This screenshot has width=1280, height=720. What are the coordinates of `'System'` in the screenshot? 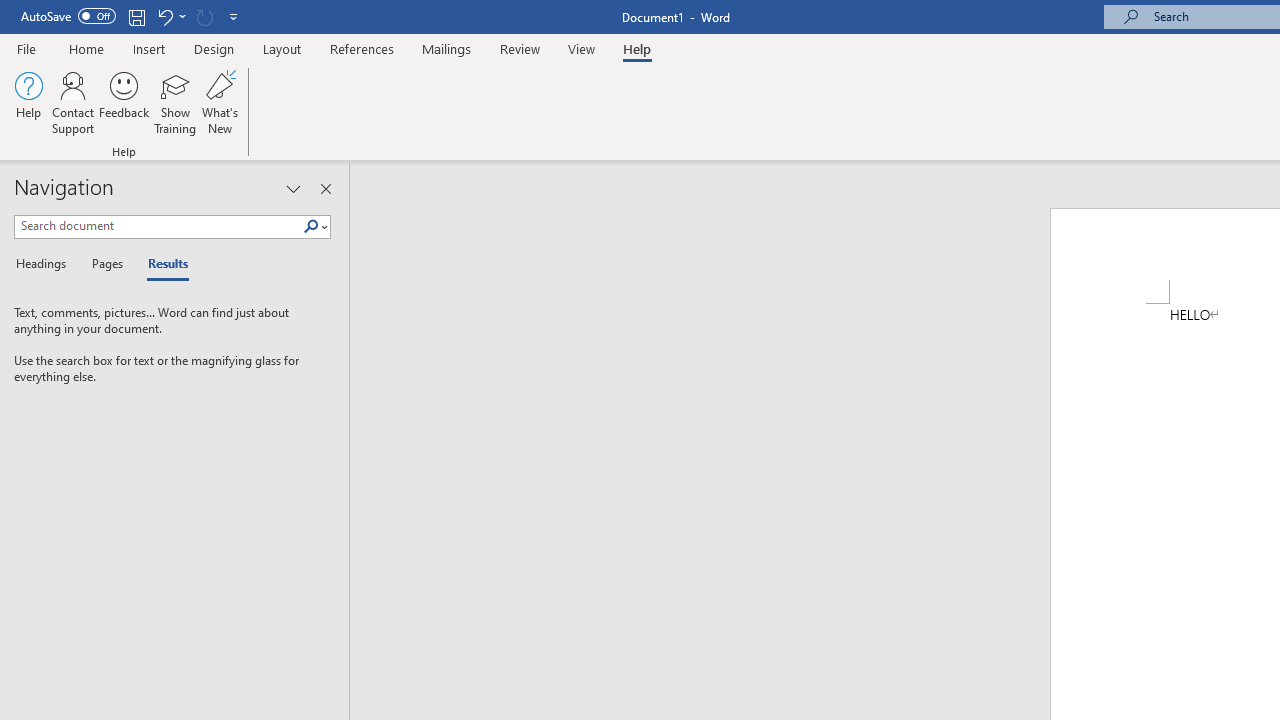 It's located at (10, 11).